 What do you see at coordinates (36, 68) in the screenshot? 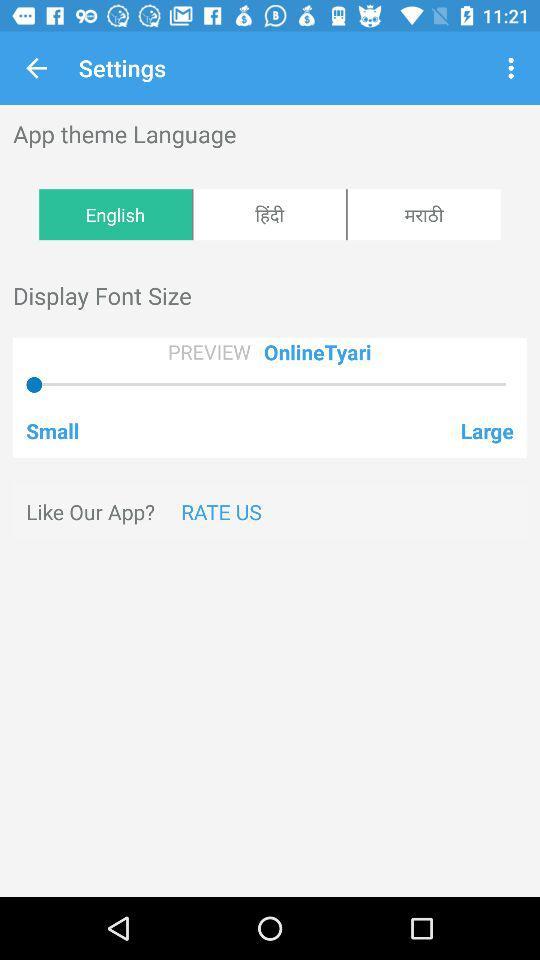
I see `the icon next to settings app` at bounding box center [36, 68].